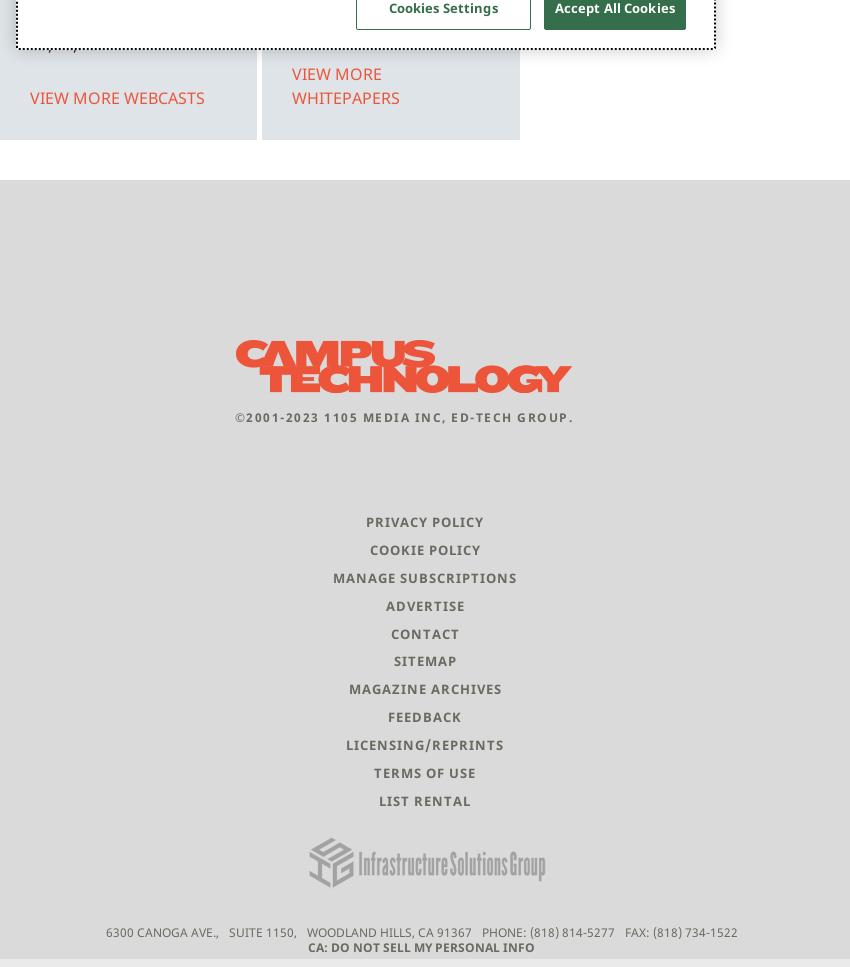  What do you see at coordinates (389, 632) in the screenshot?
I see `'Contact'` at bounding box center [389, 632].